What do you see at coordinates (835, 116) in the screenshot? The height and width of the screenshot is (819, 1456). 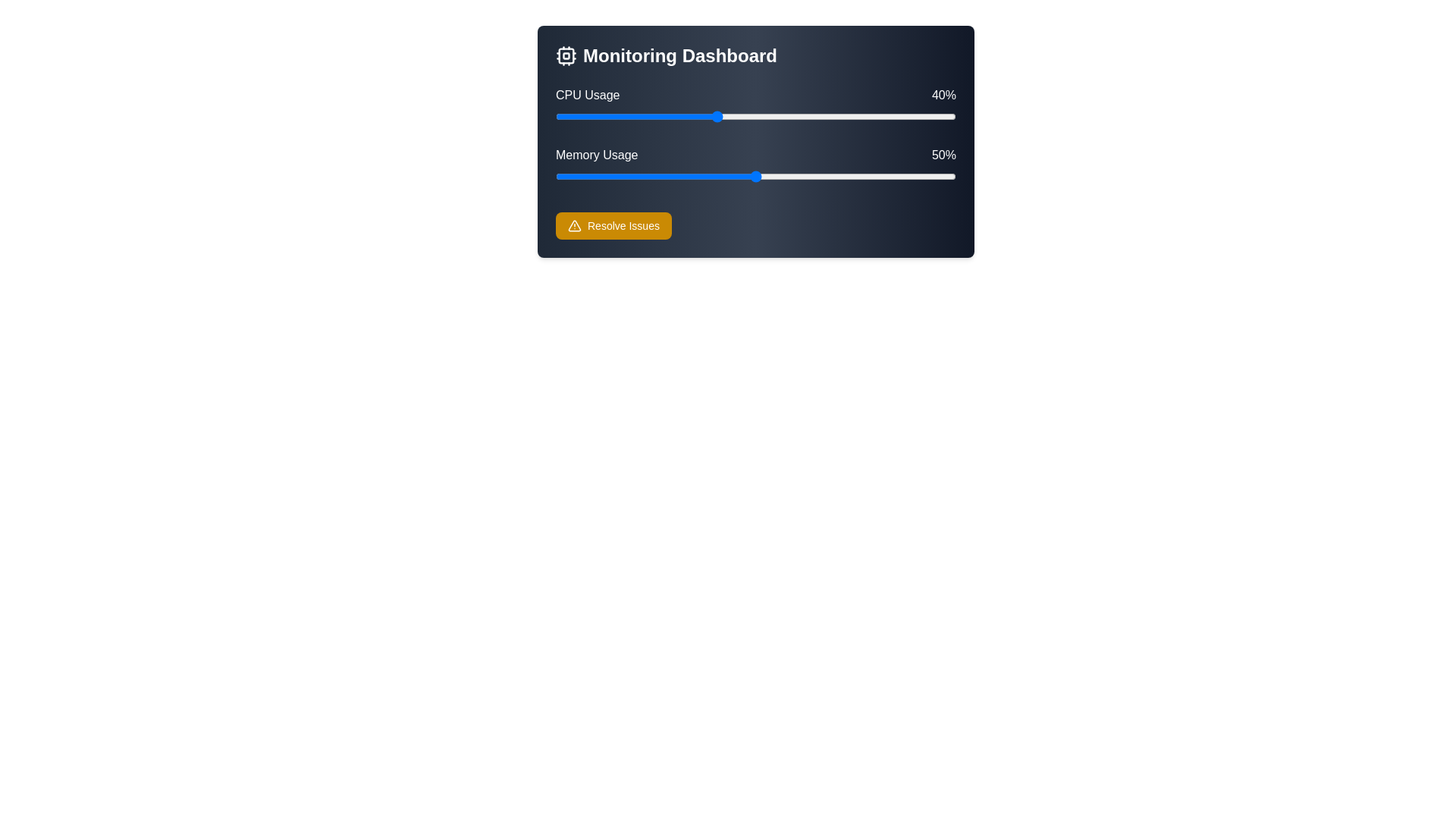 I see `CPU usage` at bounding box center [835, 116].